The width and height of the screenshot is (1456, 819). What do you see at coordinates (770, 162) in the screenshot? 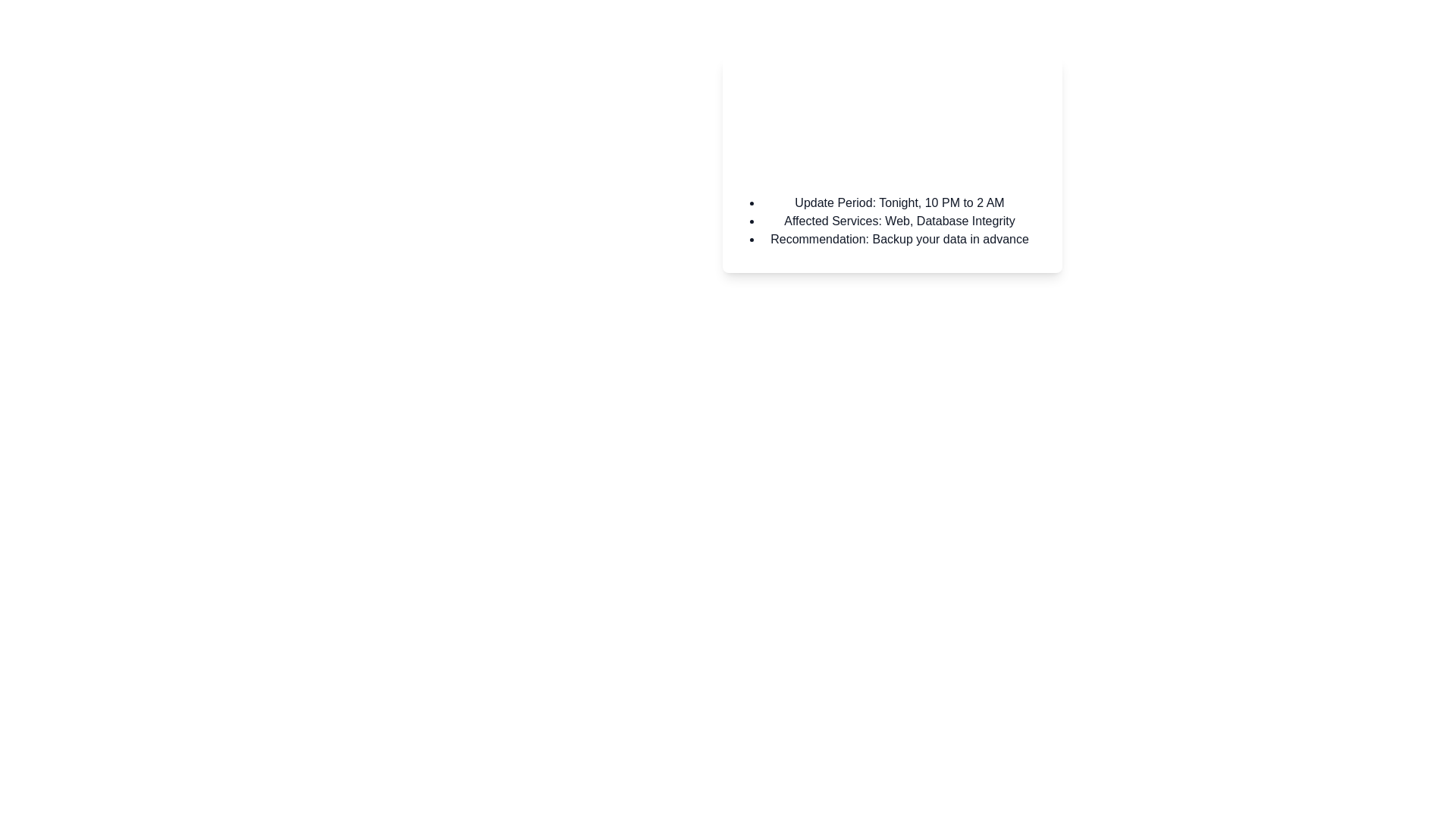
I see `the 'Hide Details' button to toggle the visibility of the details section` at bounding box center [770, 162].